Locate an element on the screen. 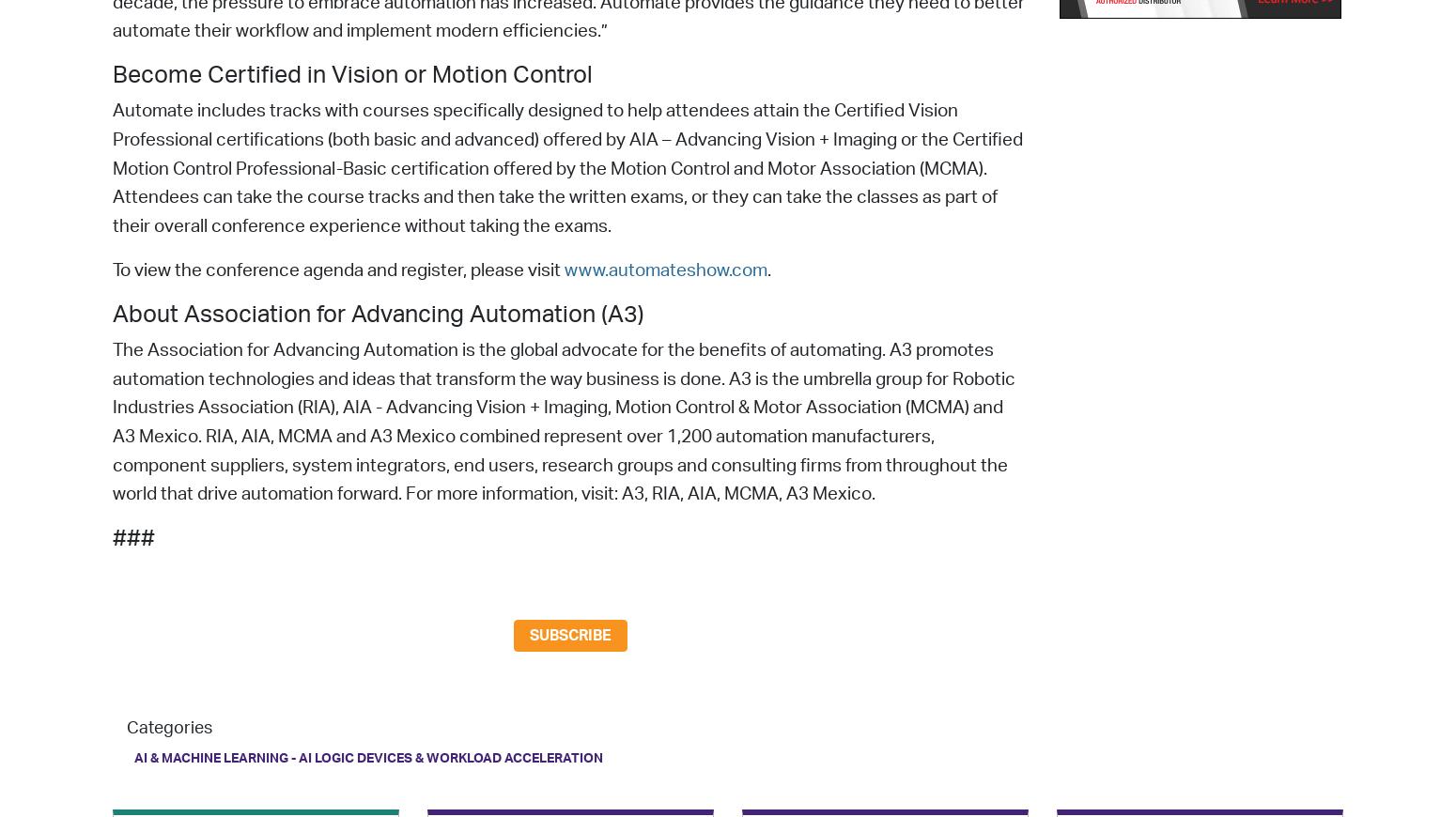 The height and width of the screenshot is (817, 1456). 'Subscribe' is located at coordinates (570, 636).